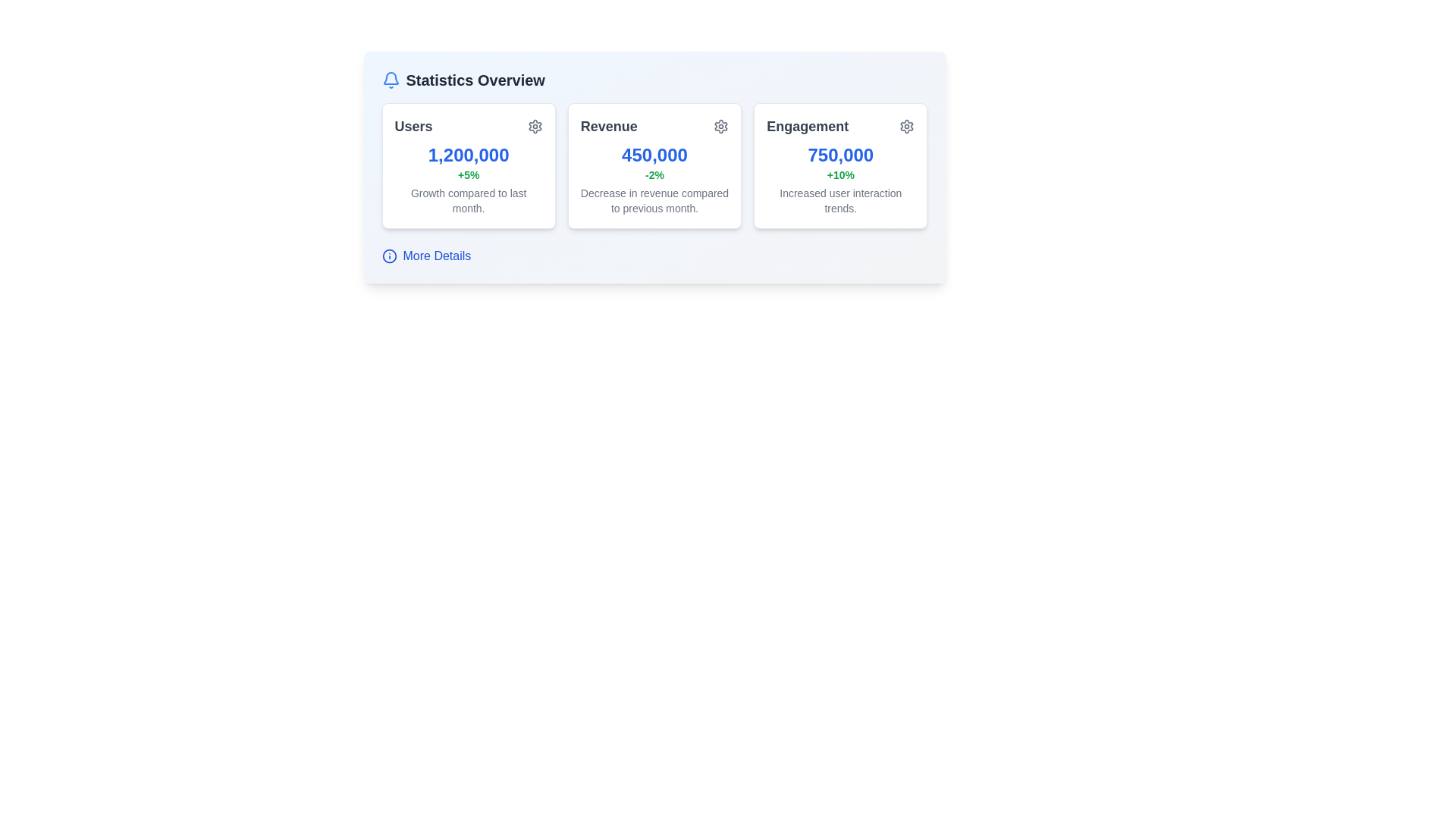  I want to click on the gear-shaped icon representing settings, located in the top-right corner of the 'Users' card in the Statistics Overview section, so click(535, 125).